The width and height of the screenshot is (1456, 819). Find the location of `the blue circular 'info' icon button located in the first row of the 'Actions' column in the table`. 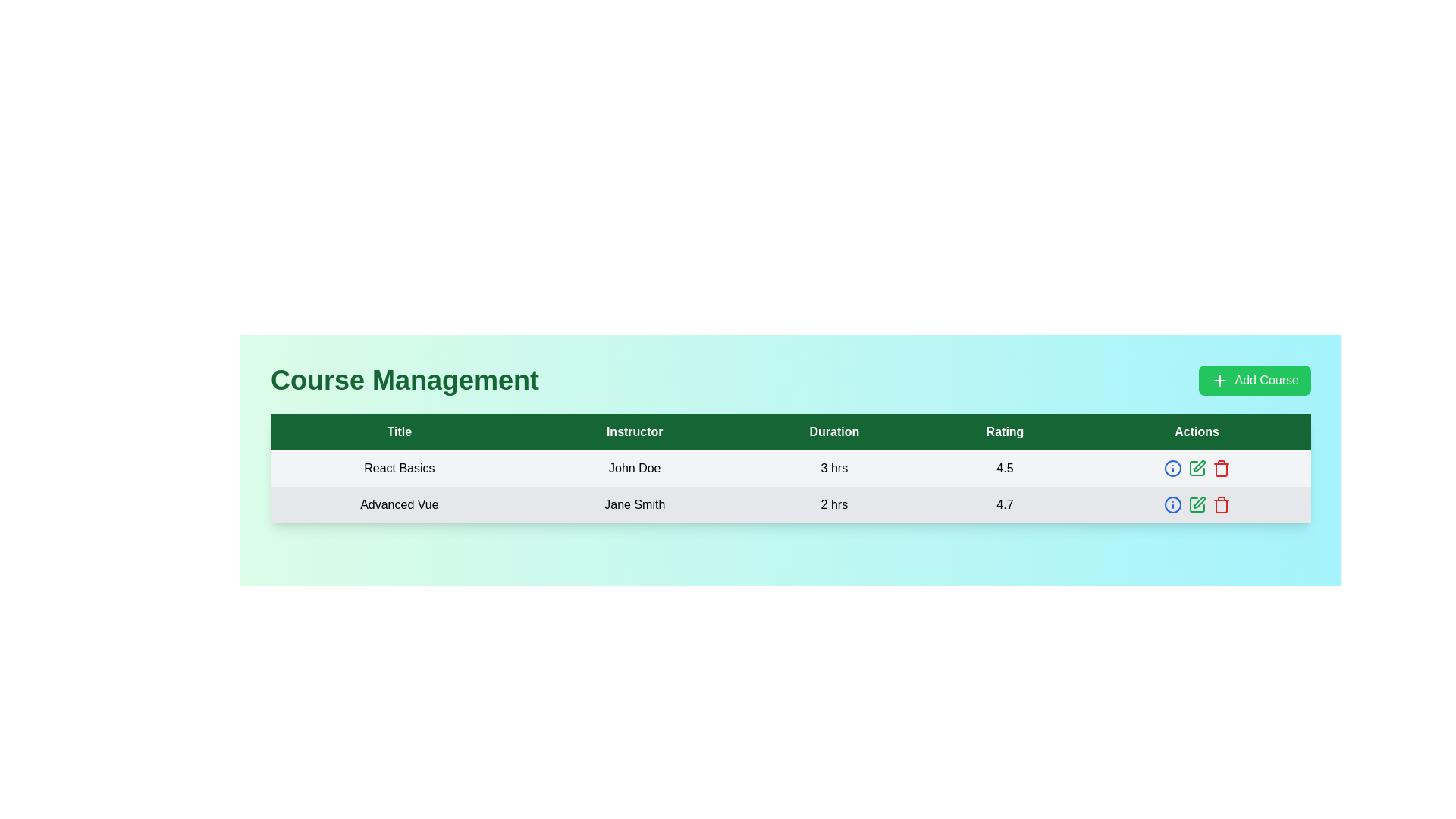

the blue circular 'info' icon button located in the first row of the 'Actions' column in the table is located at coordinates (1172, 467).